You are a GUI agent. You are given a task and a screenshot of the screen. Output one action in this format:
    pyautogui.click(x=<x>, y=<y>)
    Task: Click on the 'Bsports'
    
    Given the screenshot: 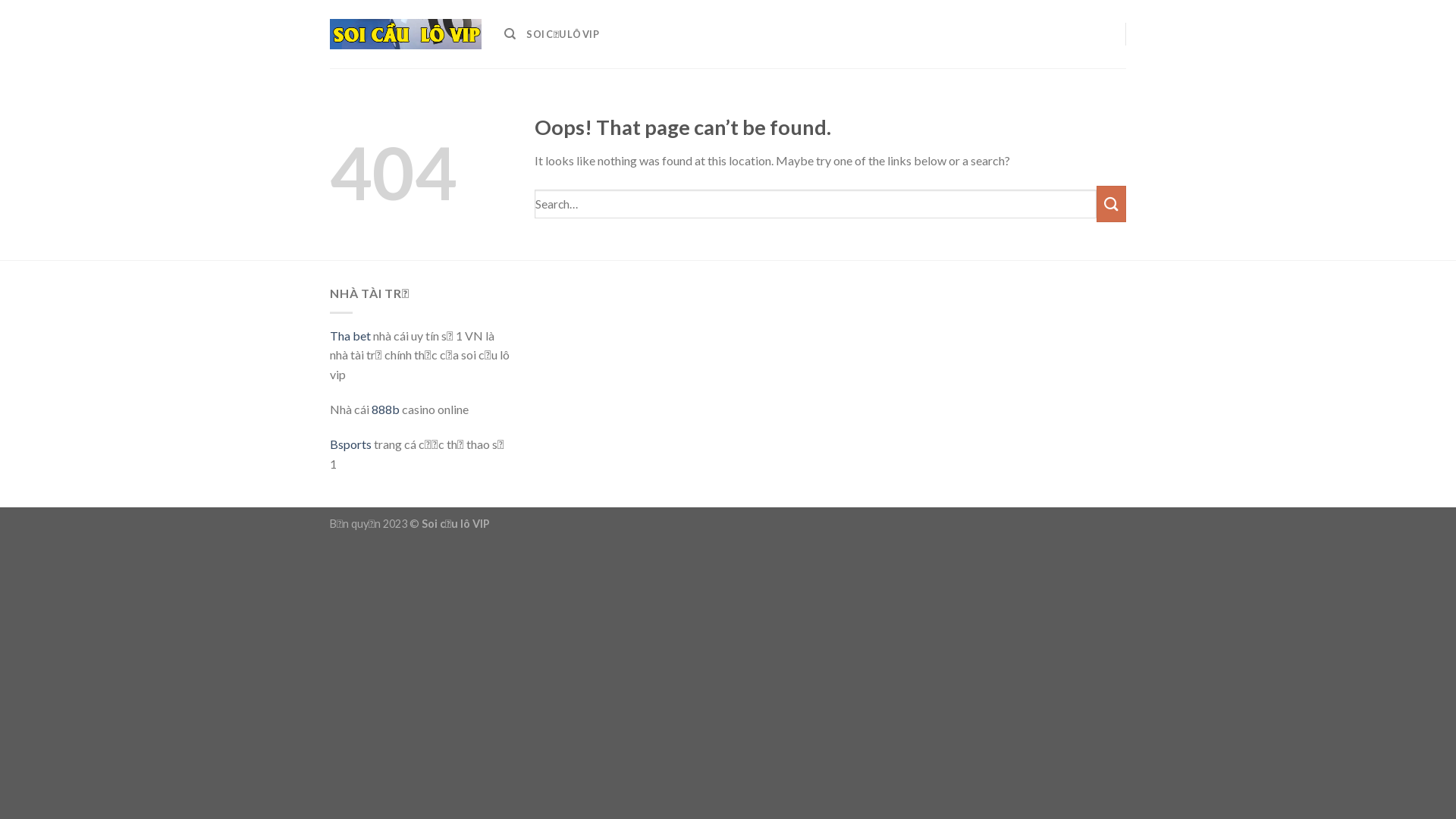 What is the action you would take?
    pyautogui.click(x=350, y=444)
    